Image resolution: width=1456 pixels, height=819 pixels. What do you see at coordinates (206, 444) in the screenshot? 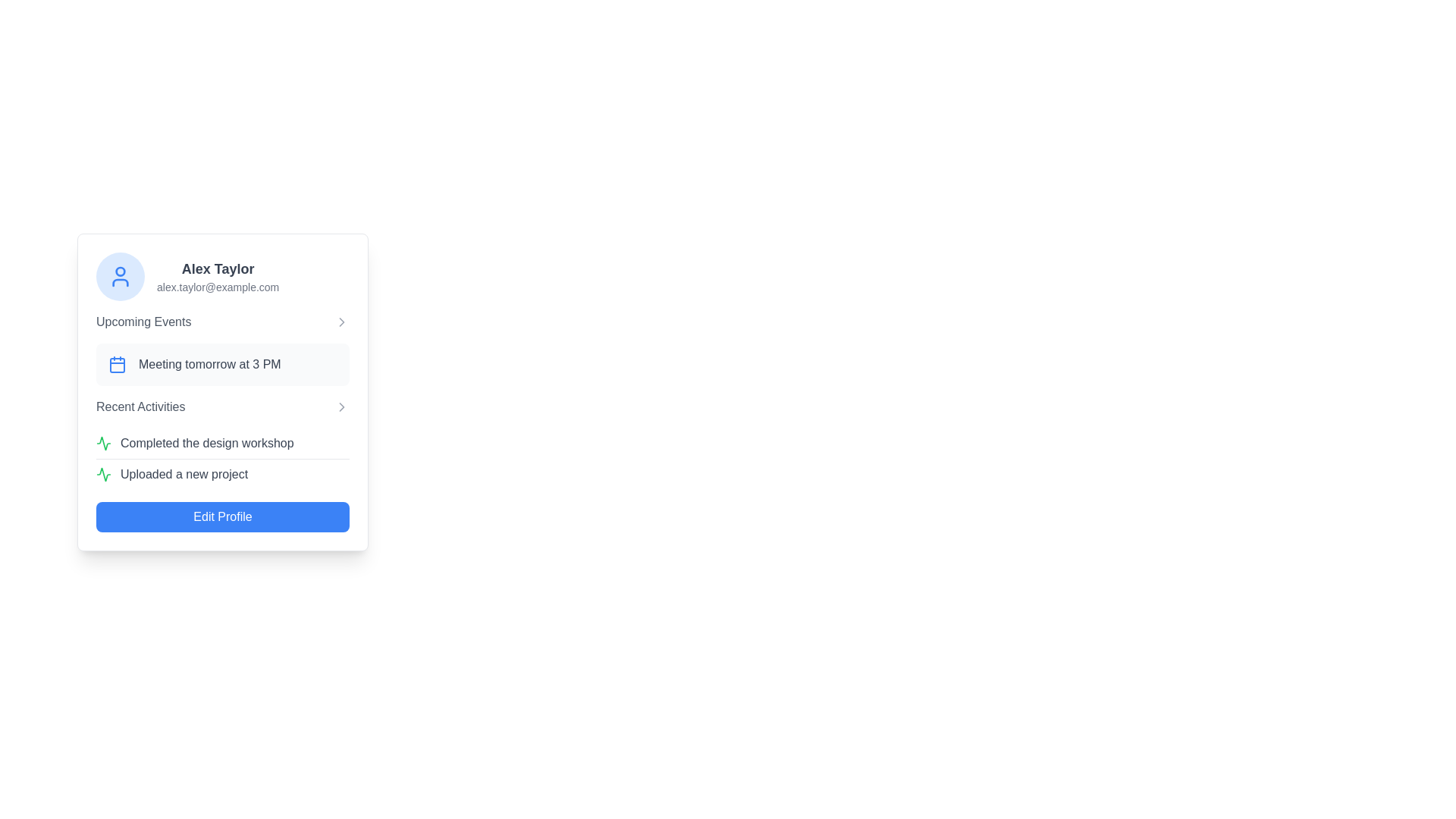
I see `the text node` at bounding box center [206, 444].